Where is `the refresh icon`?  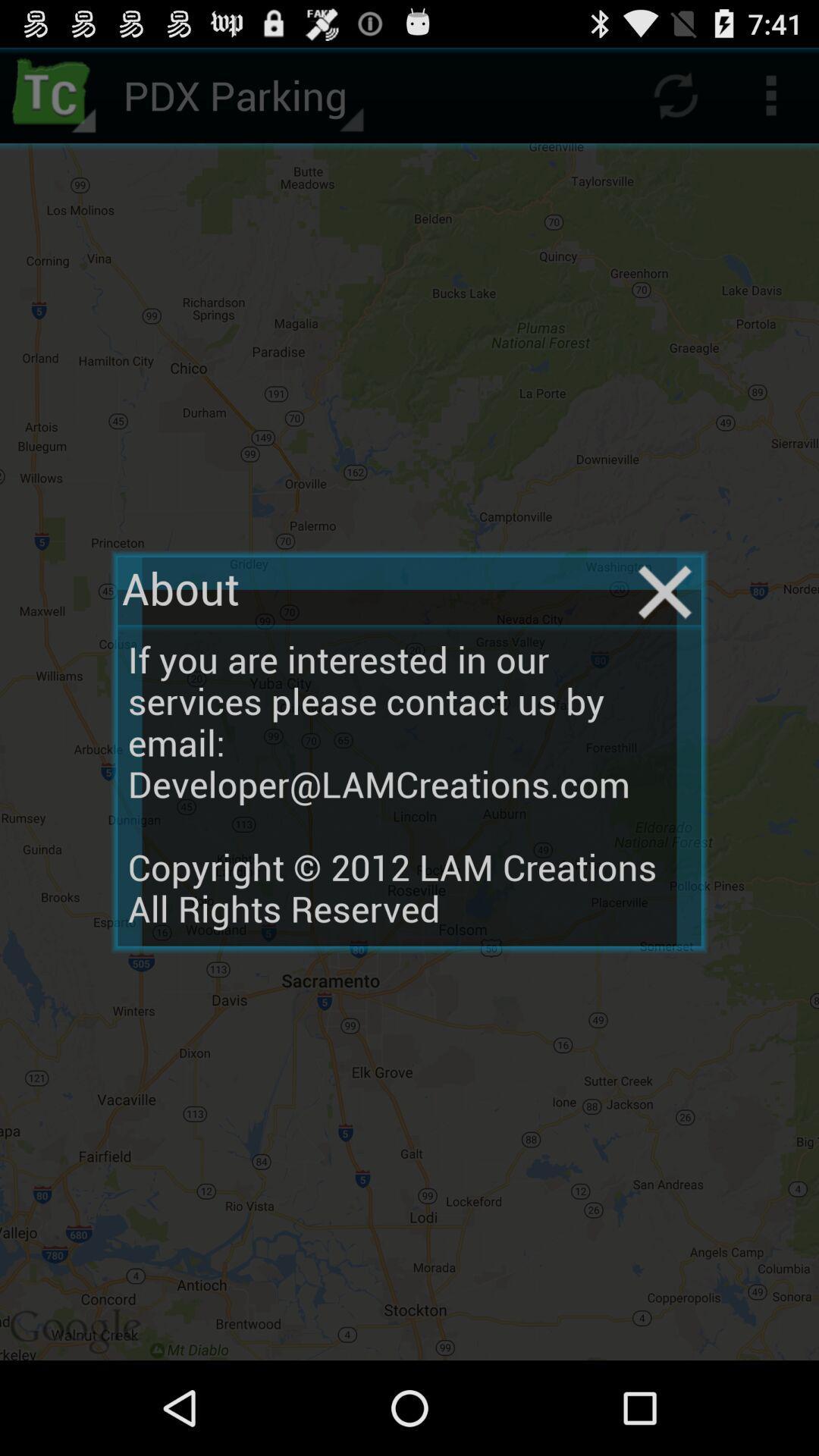
the refresh icon is located at coordinates (675, 101).